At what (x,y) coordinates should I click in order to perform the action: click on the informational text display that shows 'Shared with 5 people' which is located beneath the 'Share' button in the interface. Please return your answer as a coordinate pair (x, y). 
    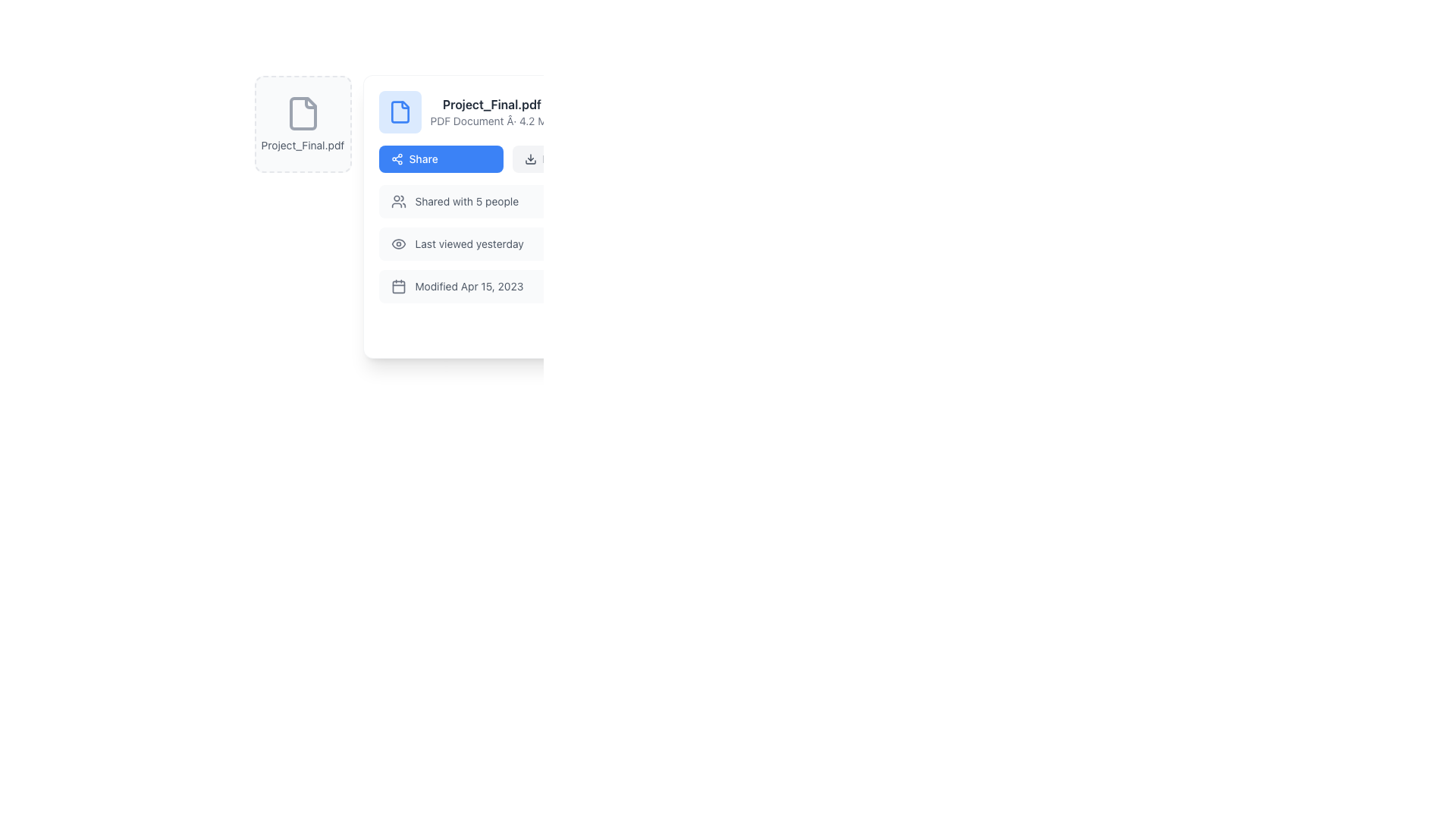
    Looking at the image, I should click on (507, 201).